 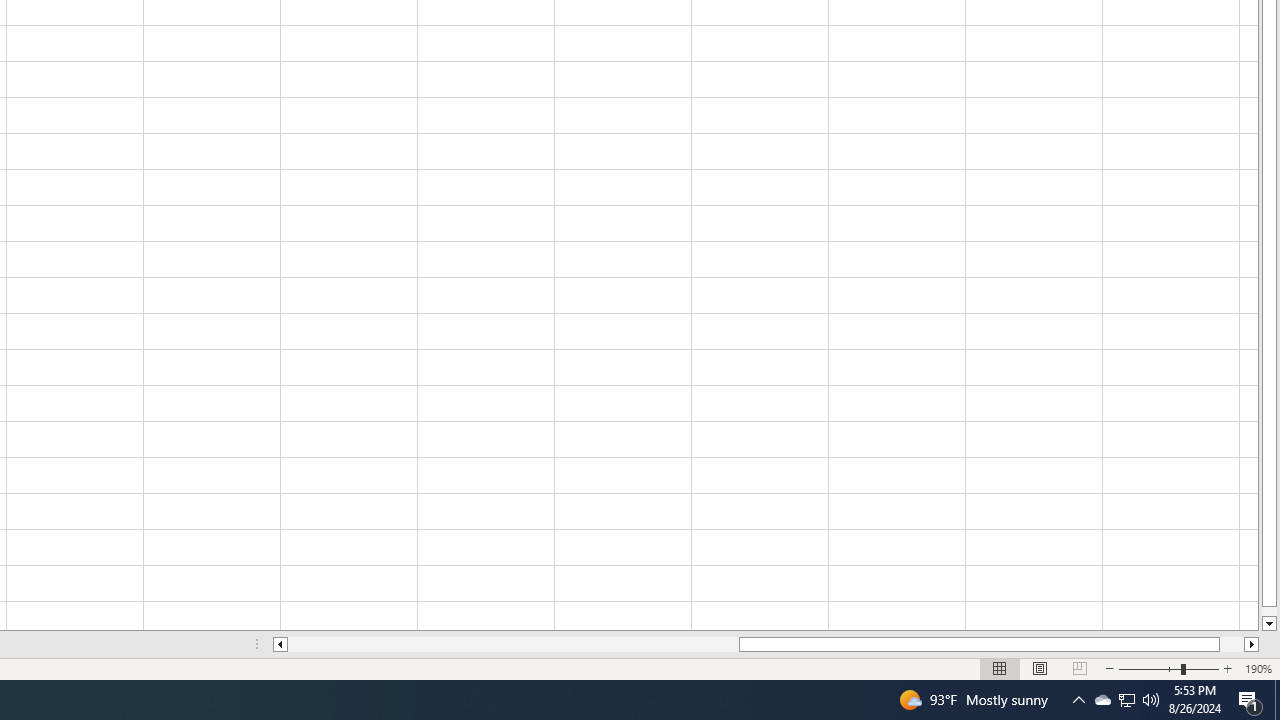 What do you see at coordinates (1268, 610) in the screenshot?
I see `'Page down'` at bounding box center [1268, 610].